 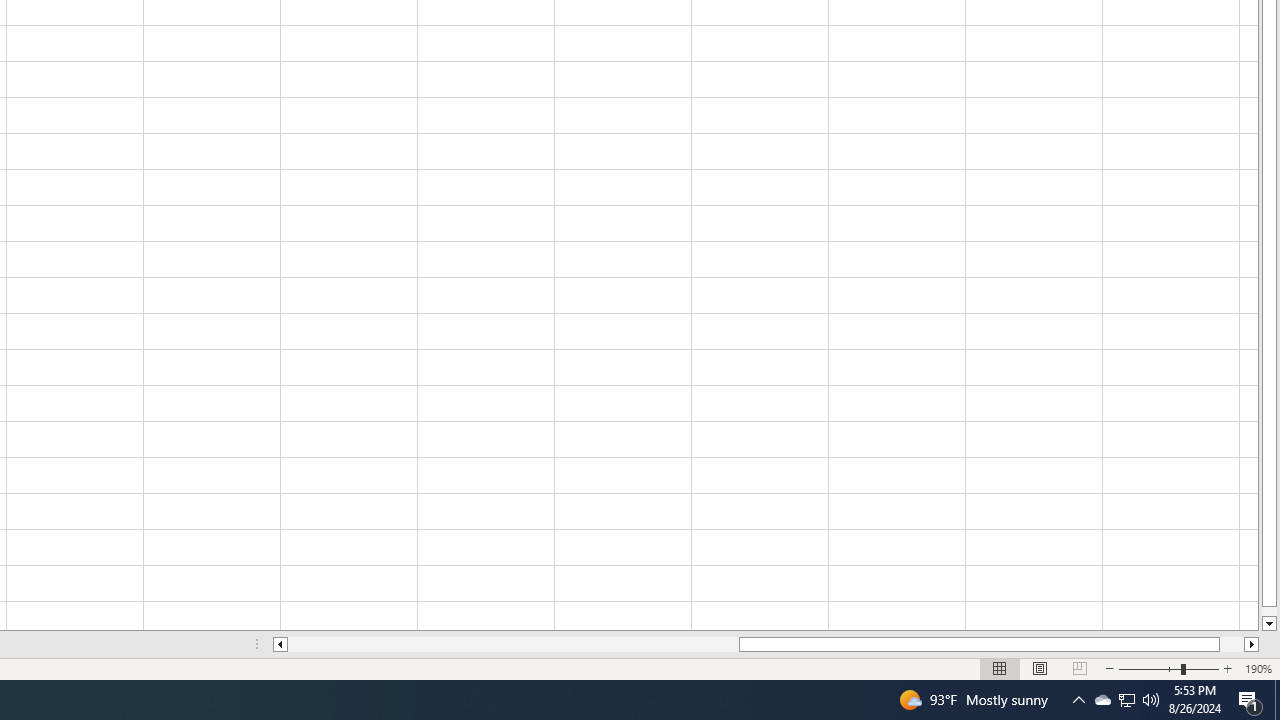 What do you see at coordinates (1268, 610) in the screenshot?
I see `'Page down'` at bounding box center [1268, 610].